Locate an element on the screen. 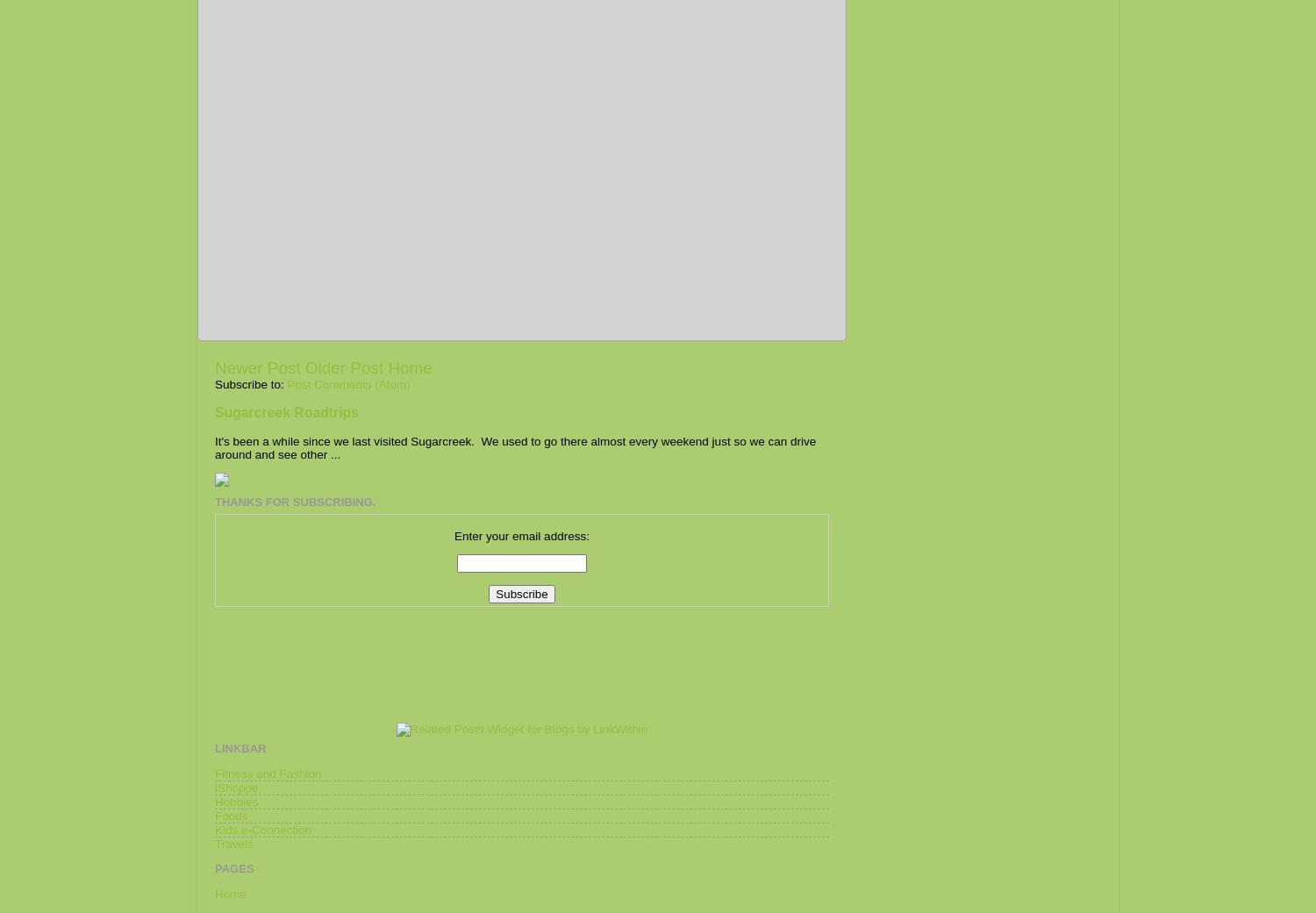 The image size is (1316, 913). 'Hobbies' is located at coordinates (236, 800).